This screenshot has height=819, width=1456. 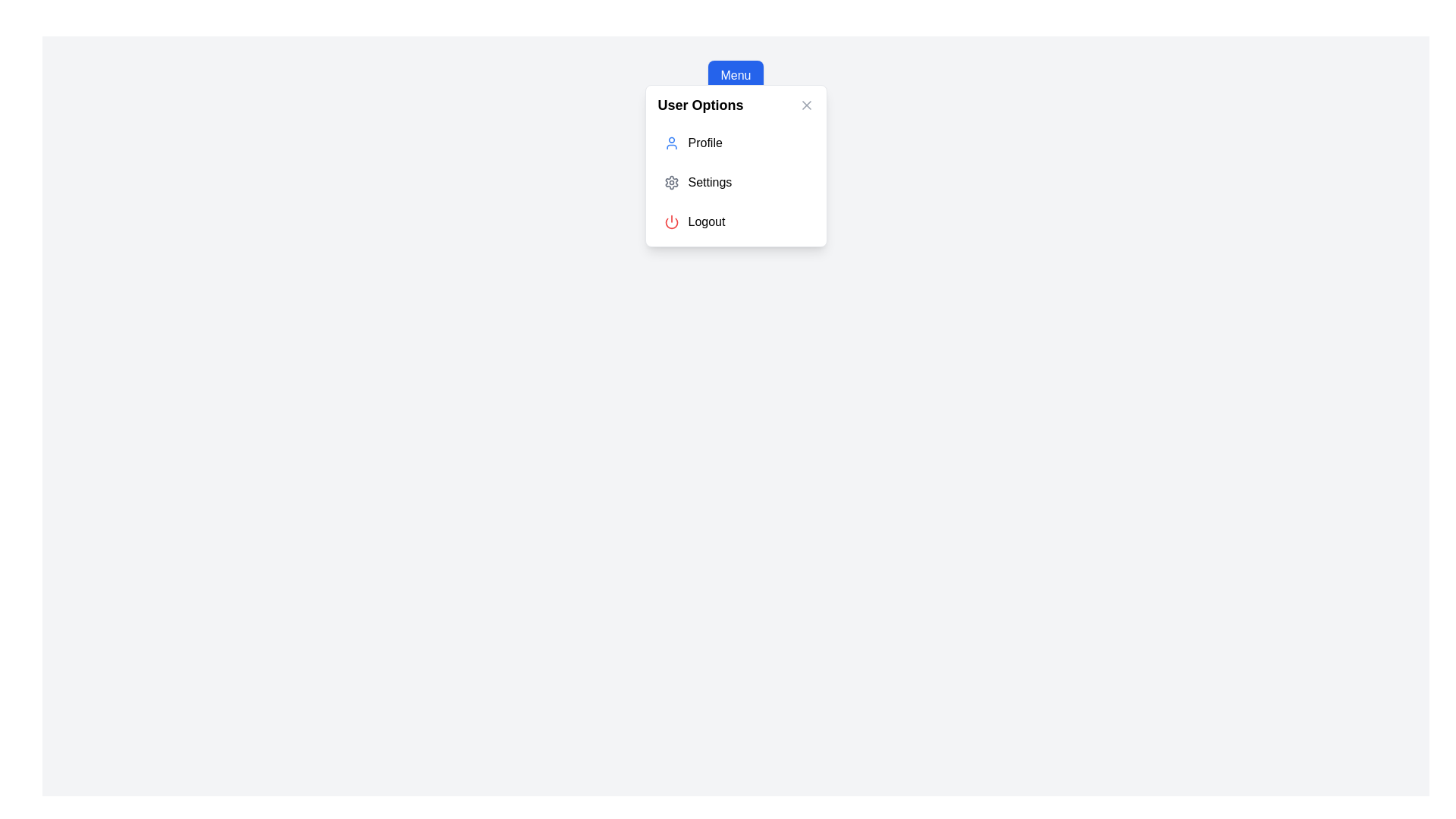 I want to click on the second item in the 'User Options' dropdown menu, so click(x=736, y=181).